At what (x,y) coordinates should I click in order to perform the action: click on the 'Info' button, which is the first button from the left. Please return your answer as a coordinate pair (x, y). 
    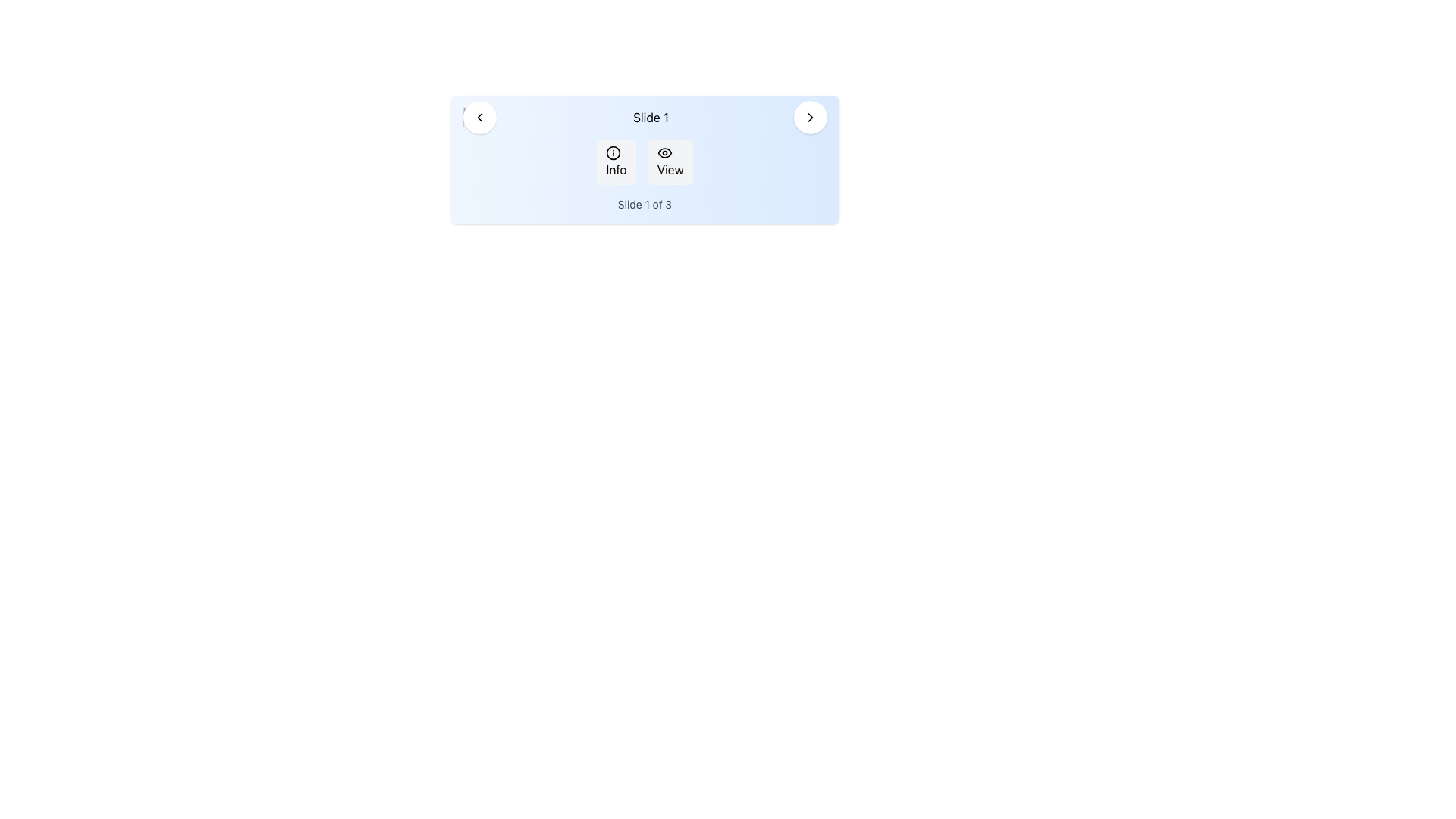
    Looking at the image, I should click on (616, 162).